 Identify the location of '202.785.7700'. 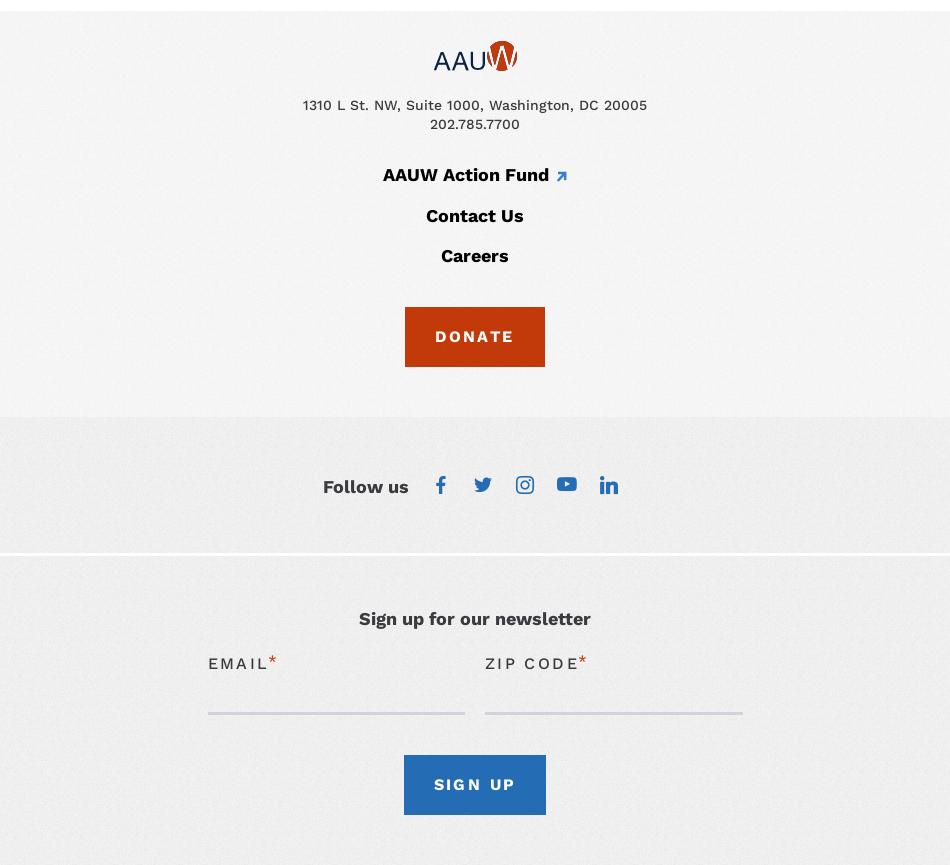
(475, 124).